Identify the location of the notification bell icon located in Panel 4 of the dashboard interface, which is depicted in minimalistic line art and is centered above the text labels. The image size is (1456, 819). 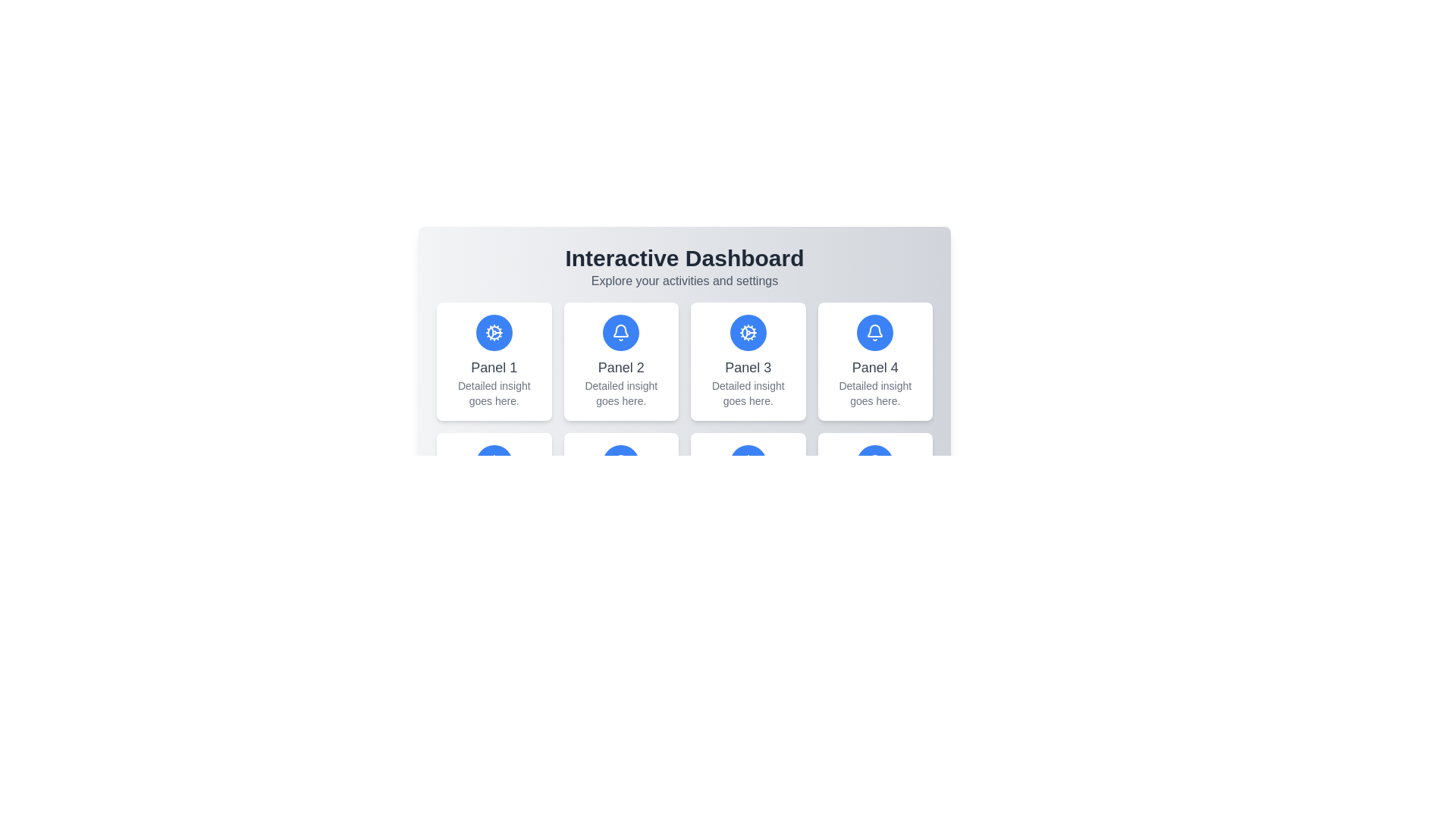
(621, 330).